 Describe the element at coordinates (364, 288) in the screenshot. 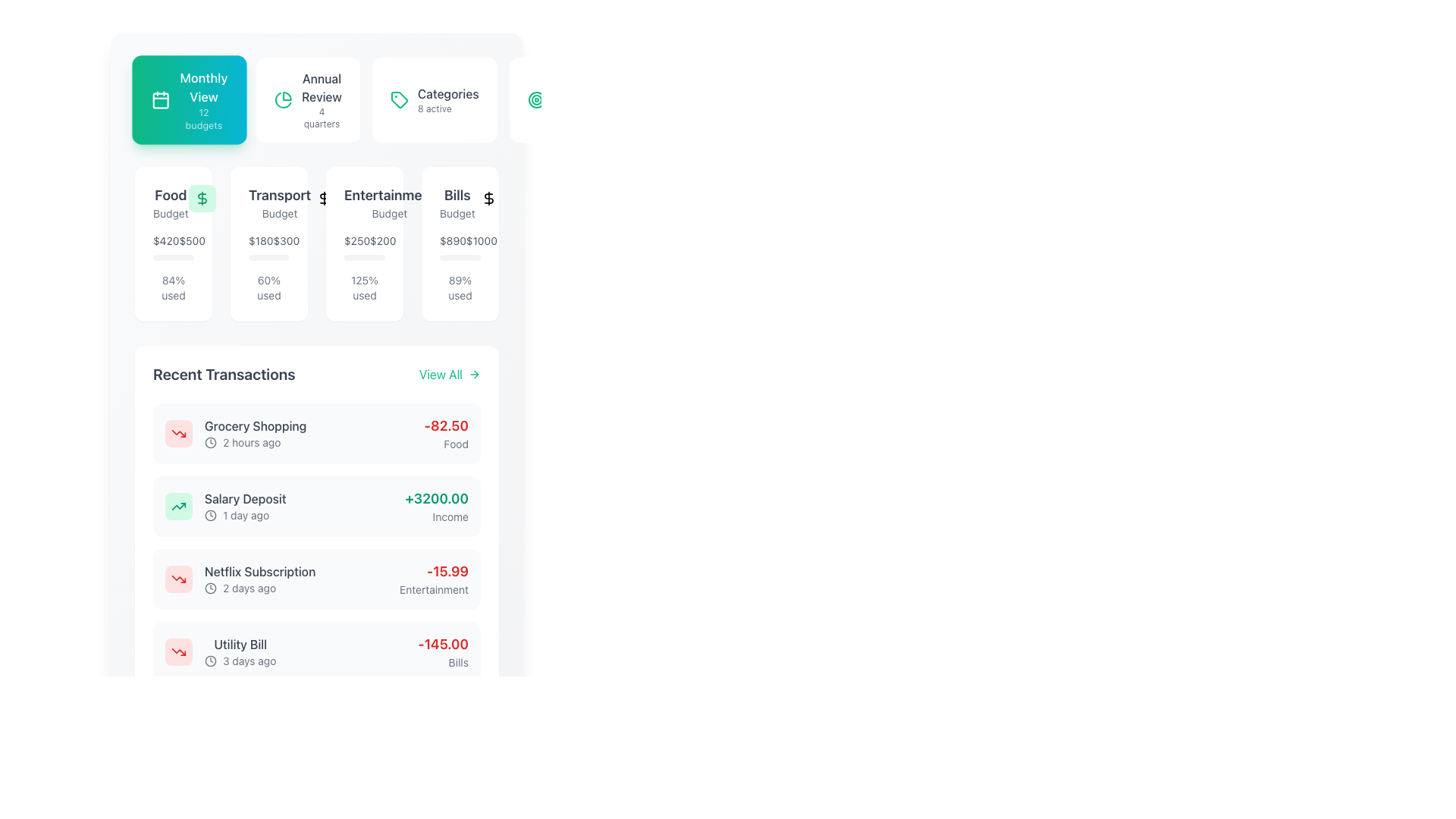

I see `the Text label displaying the percentage of the budget used for the 'Entertainment' category, which is located at the bottom of the 'Entertainment' budget card` at that location.